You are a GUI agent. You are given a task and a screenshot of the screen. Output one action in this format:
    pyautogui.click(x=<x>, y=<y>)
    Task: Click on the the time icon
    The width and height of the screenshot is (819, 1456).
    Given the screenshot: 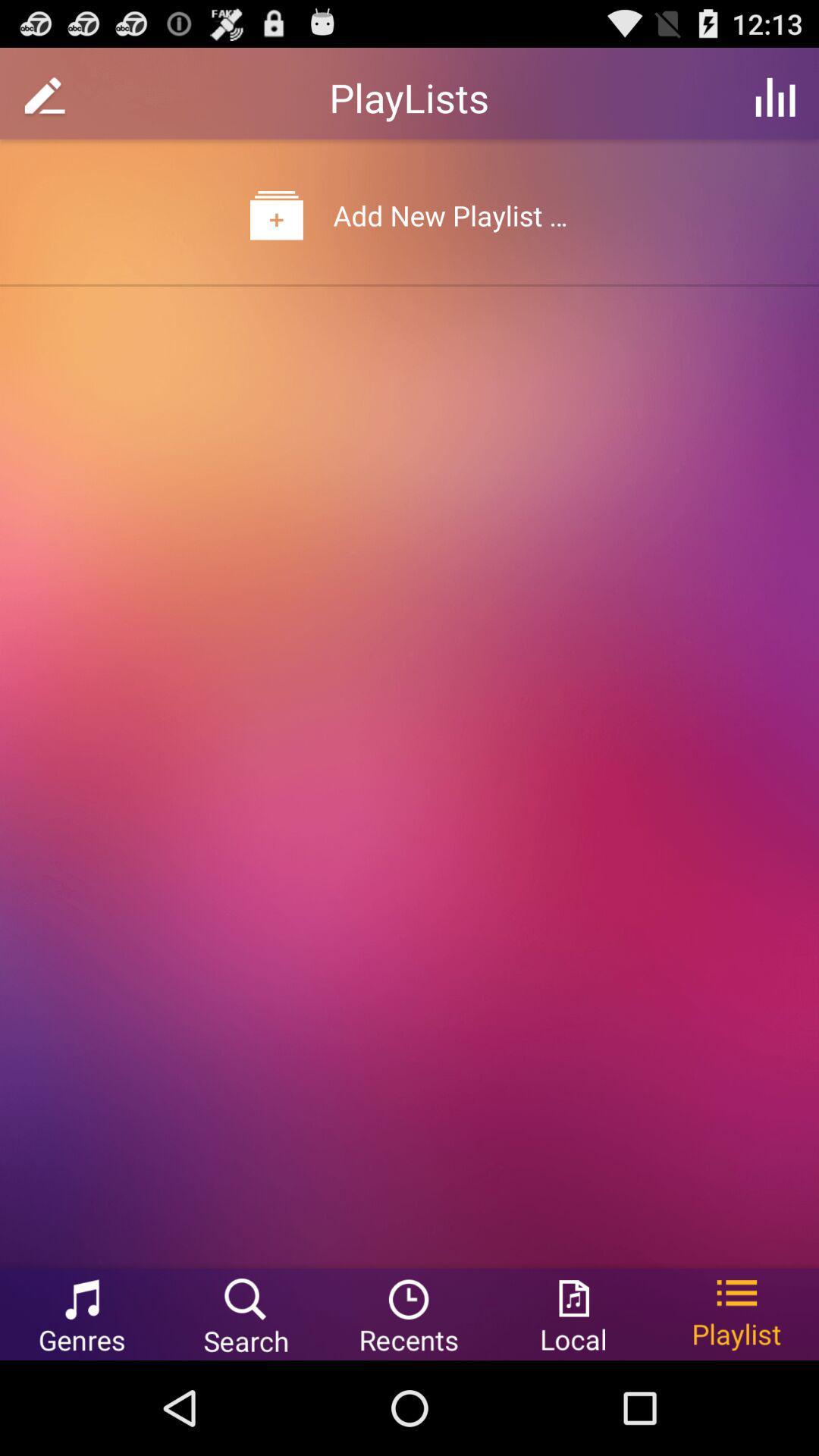 What is the action you would take?
    pyautogui.click(x=409, y=1407)
    